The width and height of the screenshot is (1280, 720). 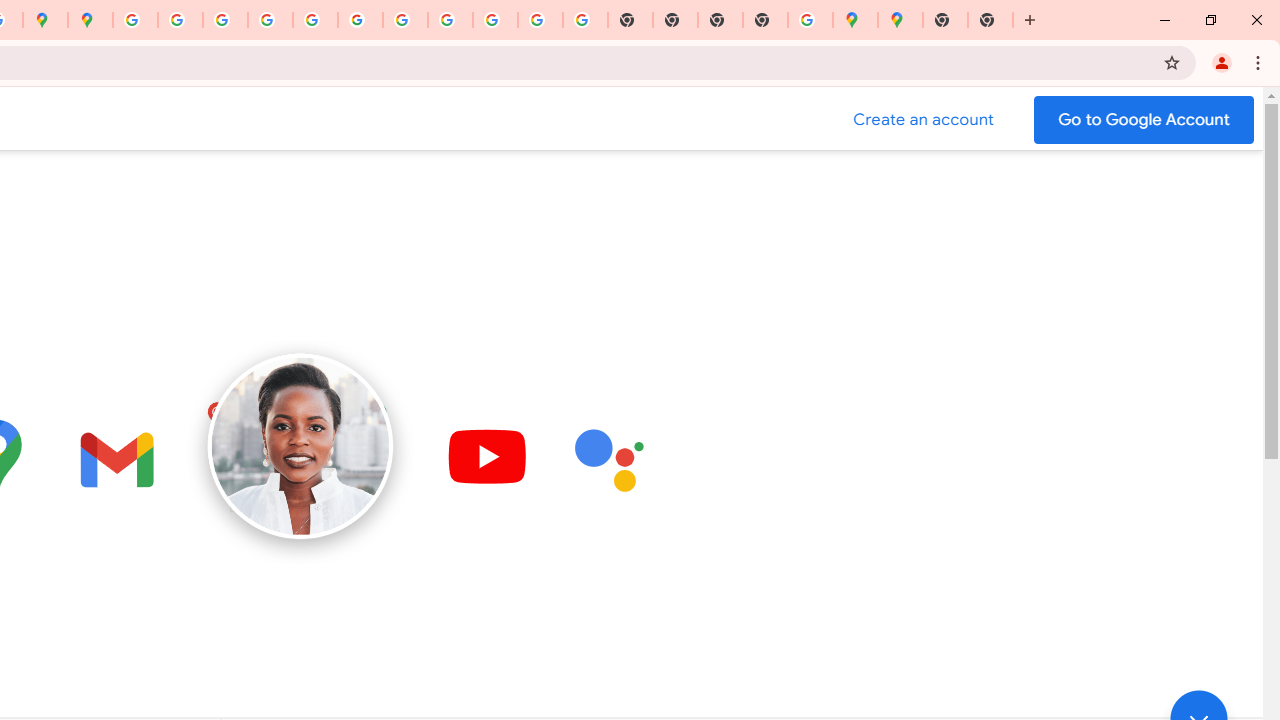 I want to click on 'Sign in - Google Accounts', so click(x=134, y=20).